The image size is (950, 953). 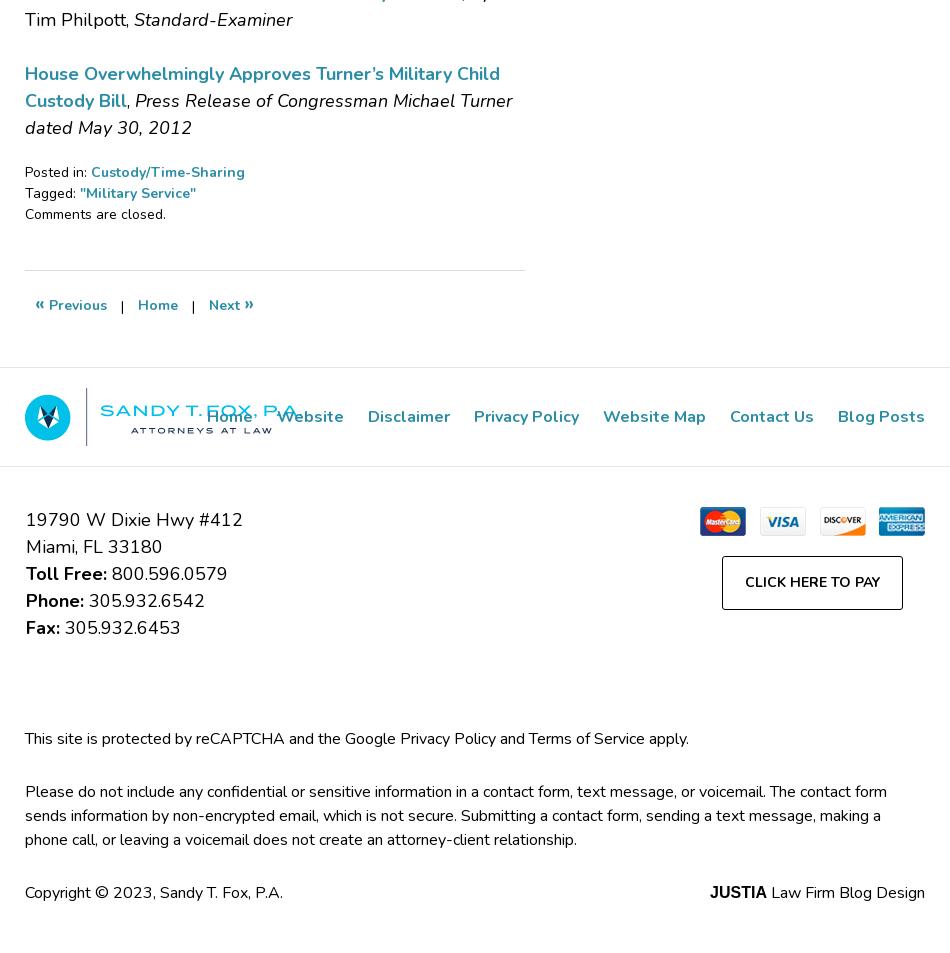 What do you see at coordinates (133, 892) in the screenshot?
I see `'2023'` at bounding box center [133, 892].